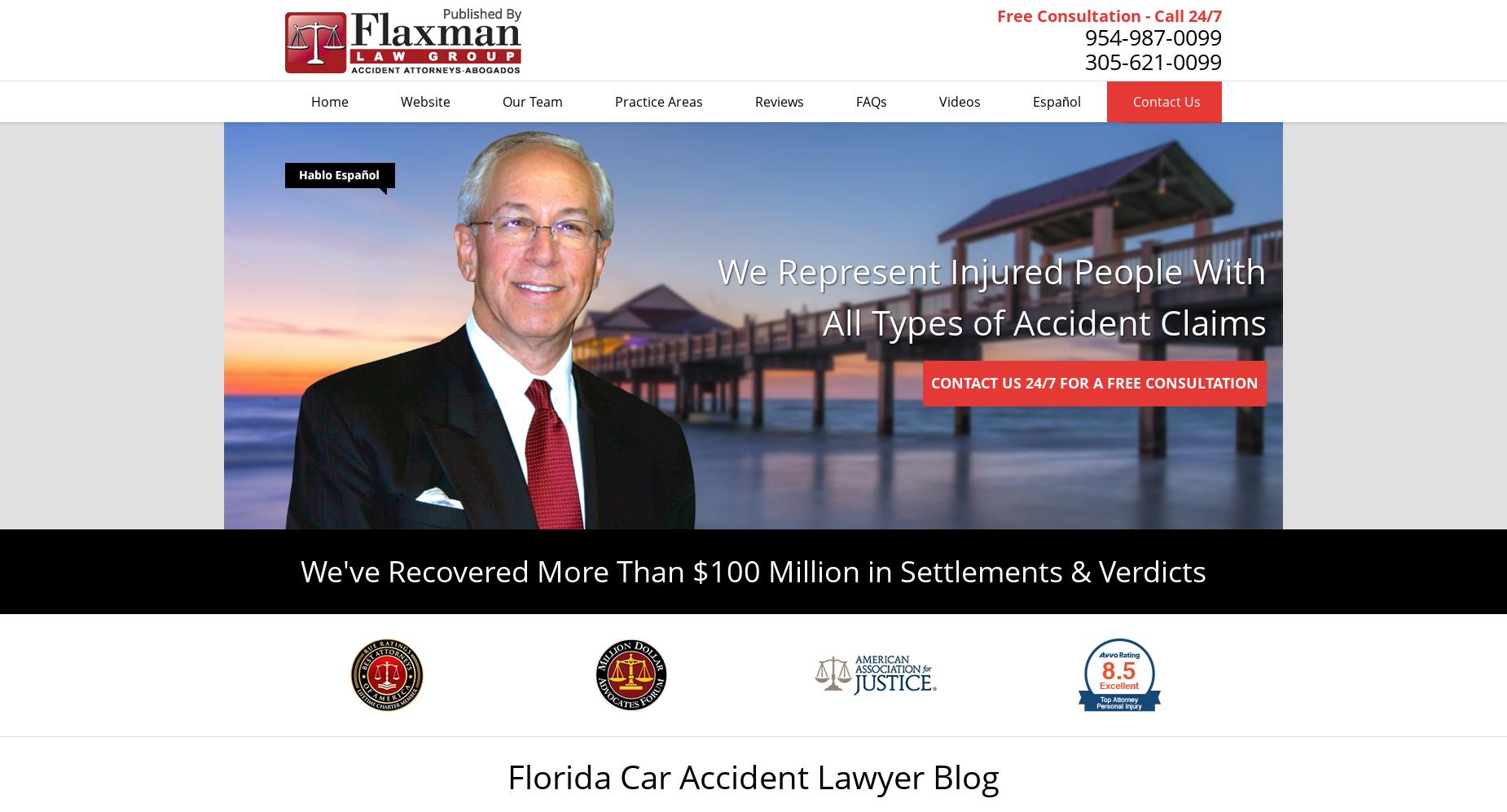  What do you see at coordinates (659, 102) in the screenshot?
I see `'Practice Areas'` at bounding box center [659, 102].